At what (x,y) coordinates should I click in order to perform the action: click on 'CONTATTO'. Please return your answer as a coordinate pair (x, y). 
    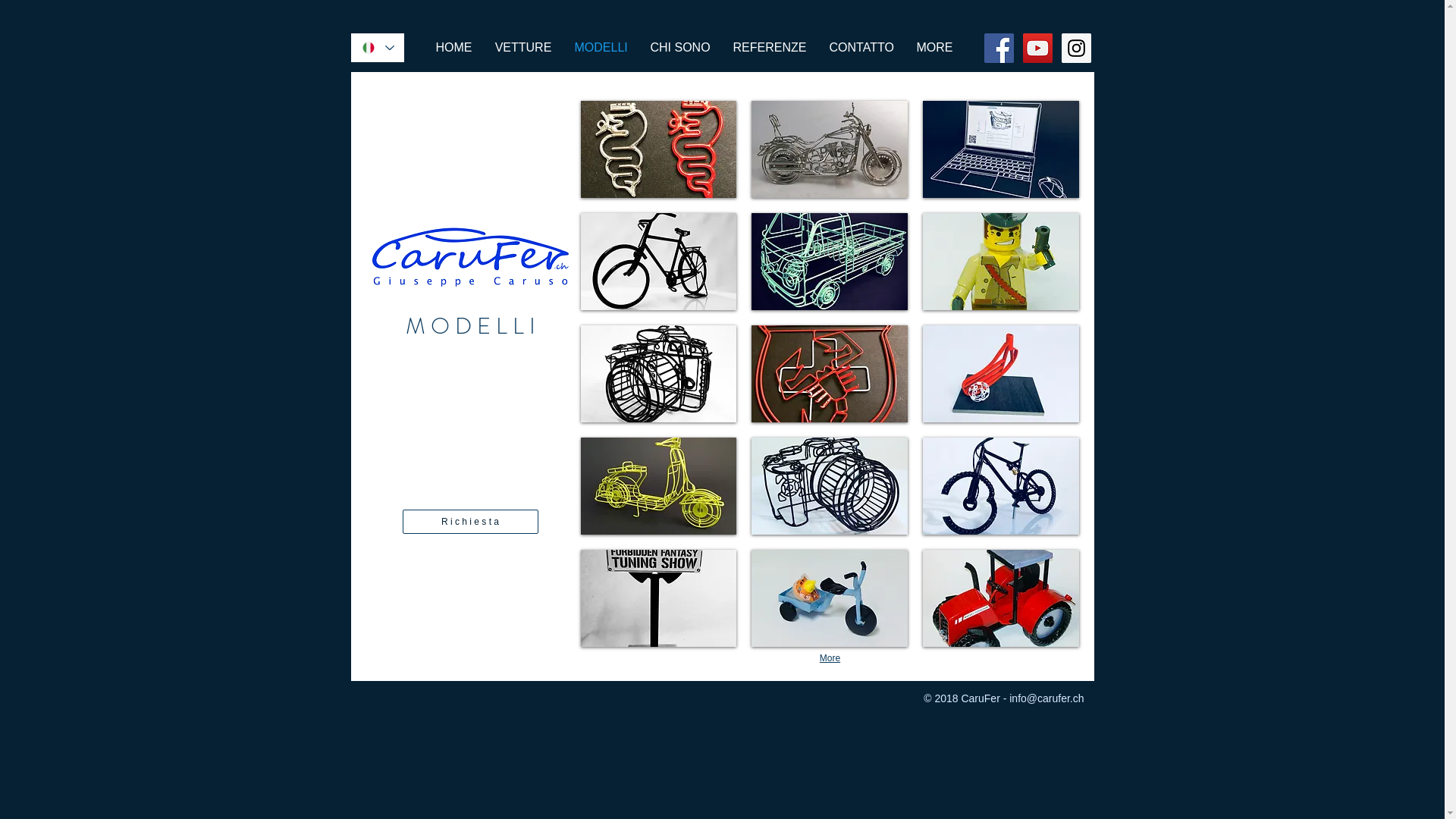
    Looking at the image, I should click on (861, 46).